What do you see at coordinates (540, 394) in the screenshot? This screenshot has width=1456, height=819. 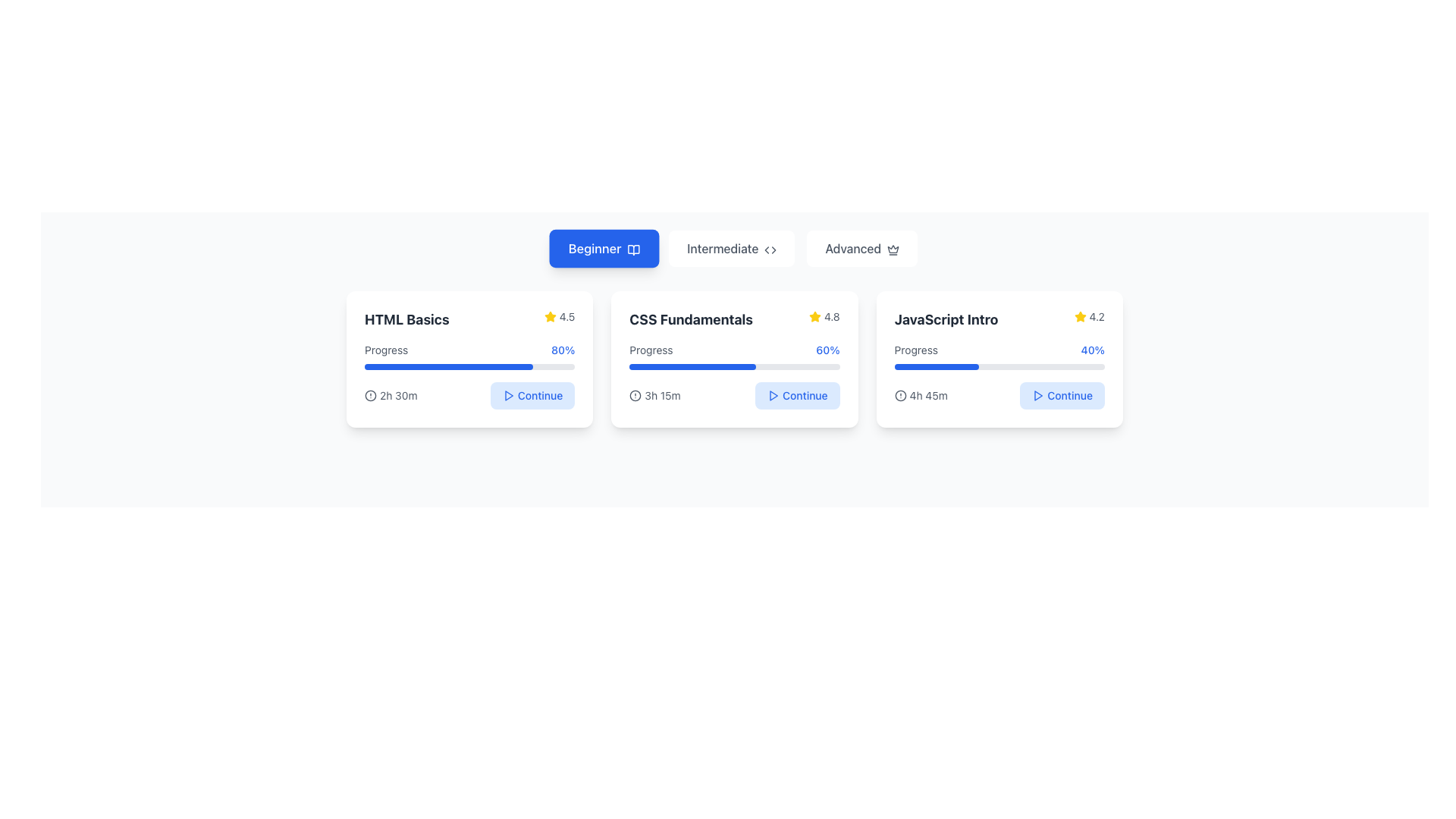 I see `text label within the blue button at the bottom-right area of the 'HTML Basics' card, which indicates an action to continue or proceed` at bounding box center [540, 394].